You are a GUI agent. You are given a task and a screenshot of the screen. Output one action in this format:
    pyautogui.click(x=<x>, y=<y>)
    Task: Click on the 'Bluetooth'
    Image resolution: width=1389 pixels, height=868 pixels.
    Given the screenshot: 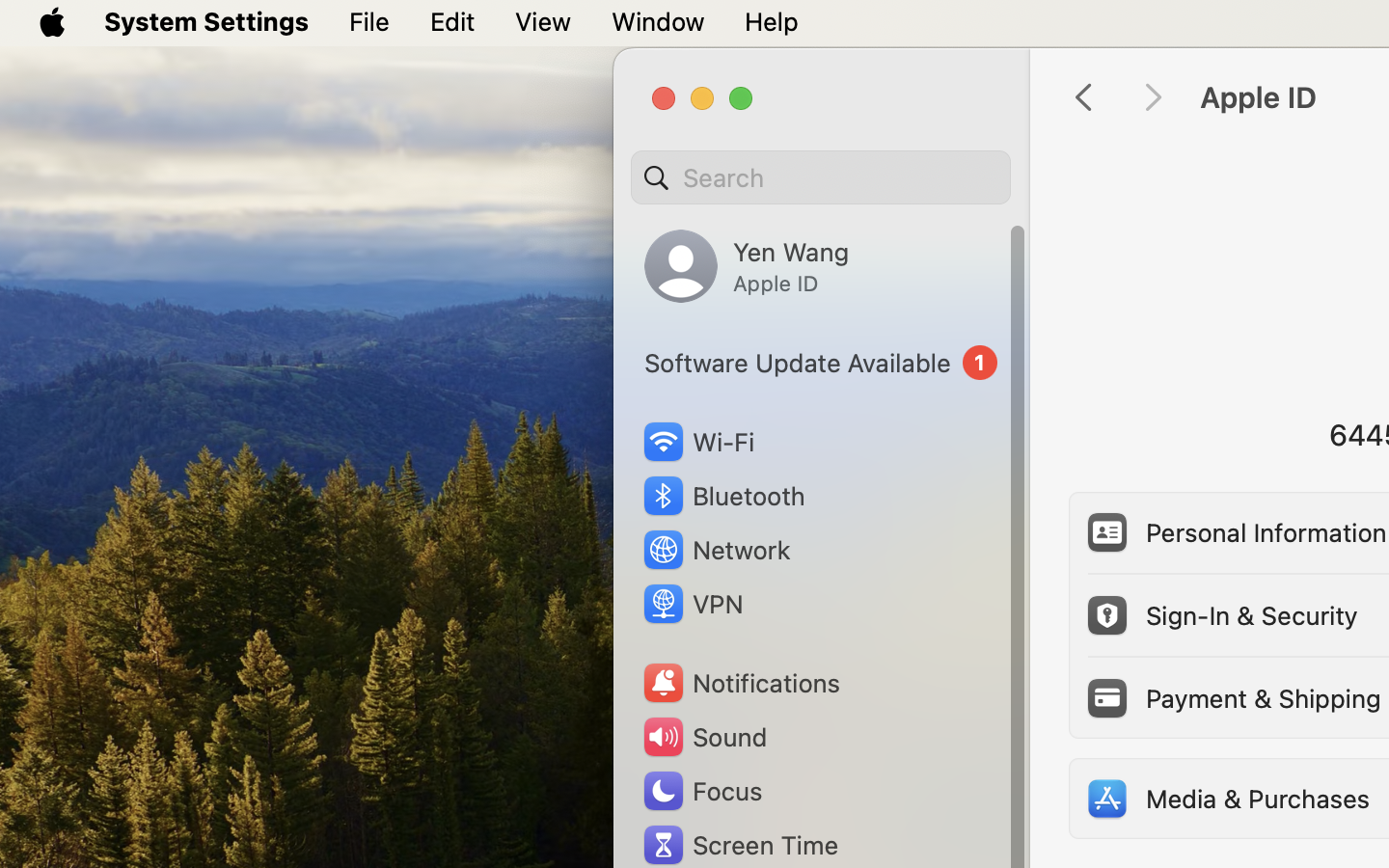 What is the action you would take?
    pyautogui.click(x=722, y=494)
    